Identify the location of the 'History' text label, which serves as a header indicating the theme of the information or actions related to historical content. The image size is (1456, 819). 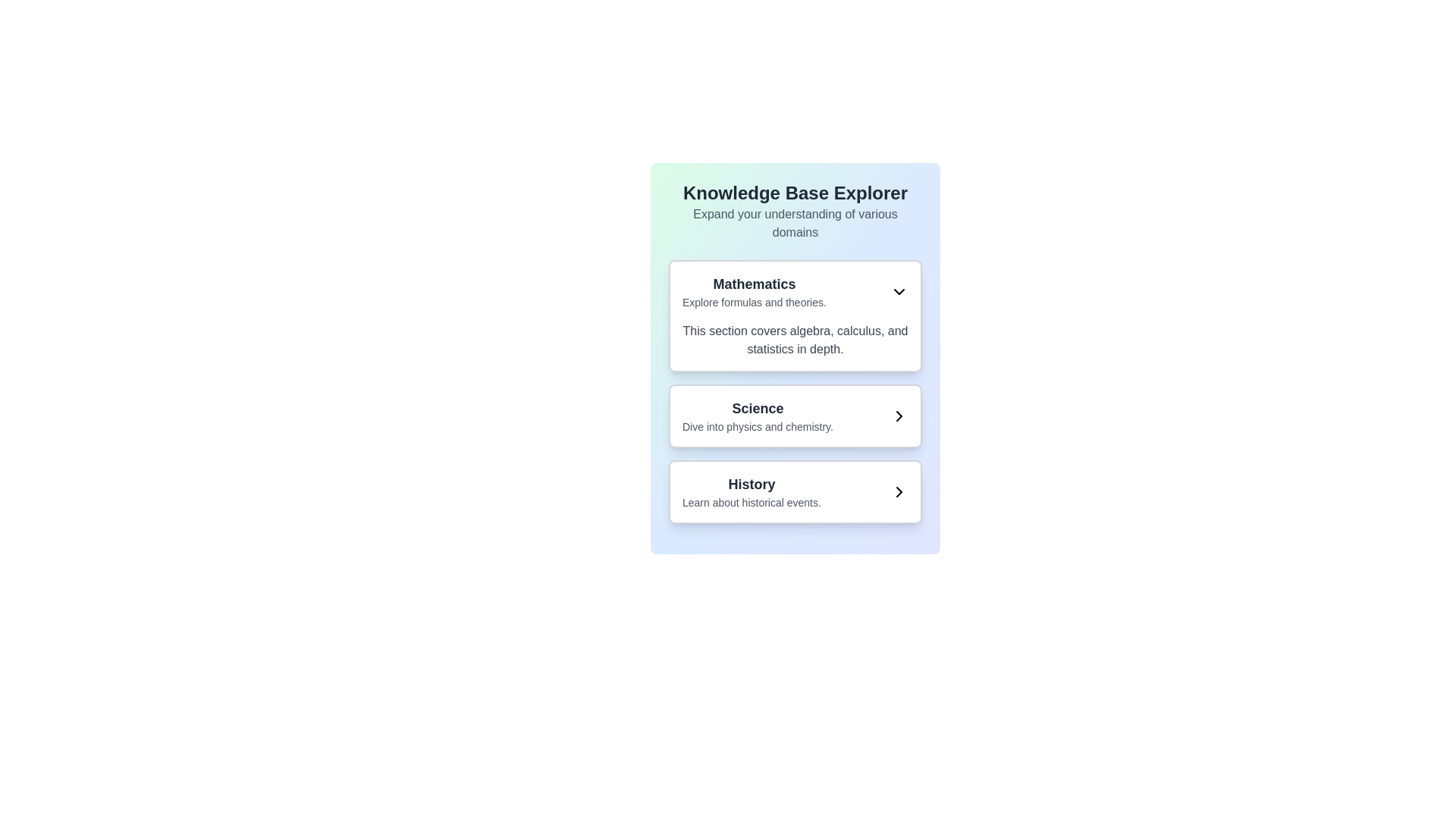
(752, 485).